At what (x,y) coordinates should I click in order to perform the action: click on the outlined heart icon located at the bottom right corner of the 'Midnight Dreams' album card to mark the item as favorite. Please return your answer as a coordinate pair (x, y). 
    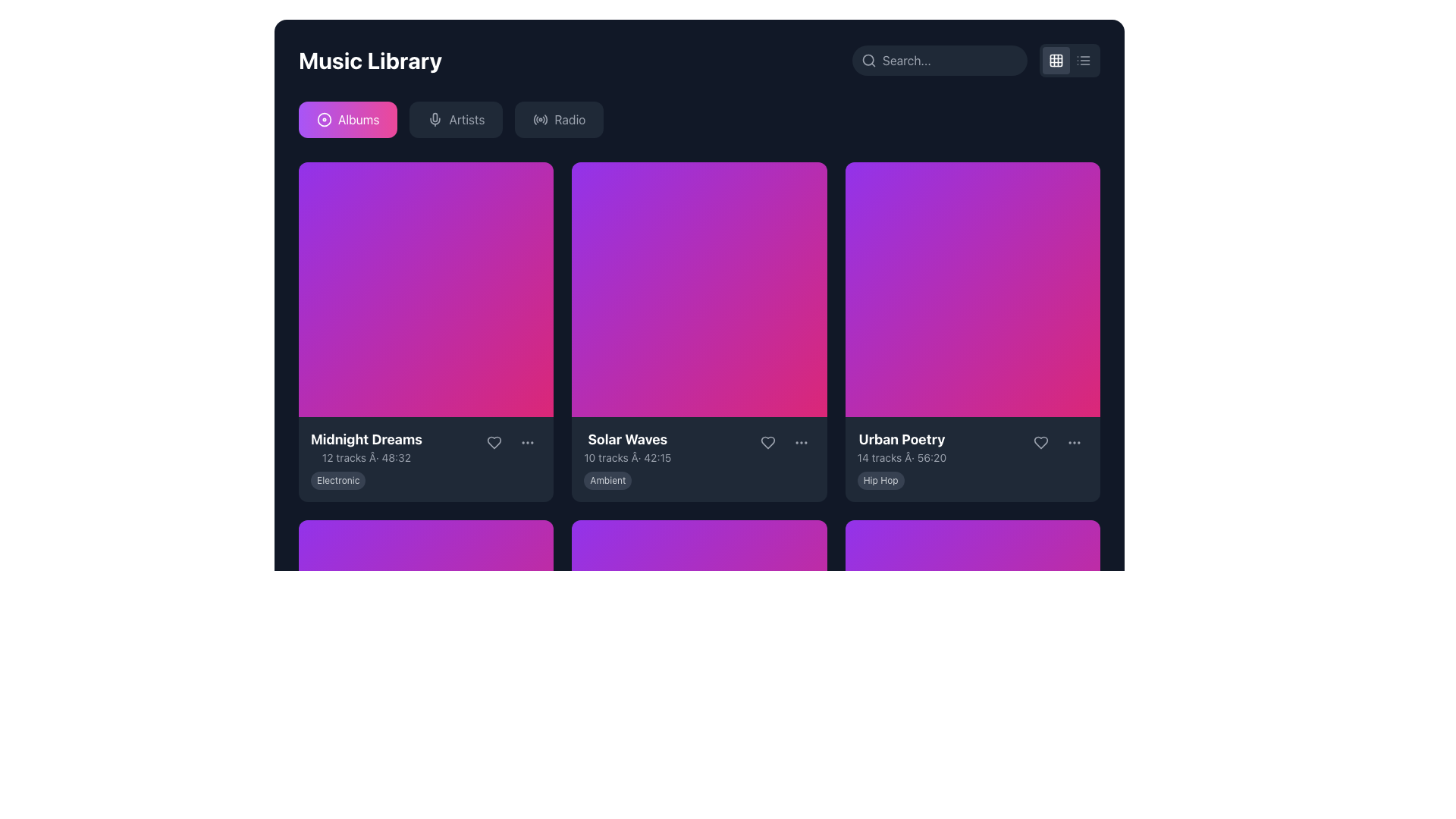
    Looking at the image, I should click on (494, 443).